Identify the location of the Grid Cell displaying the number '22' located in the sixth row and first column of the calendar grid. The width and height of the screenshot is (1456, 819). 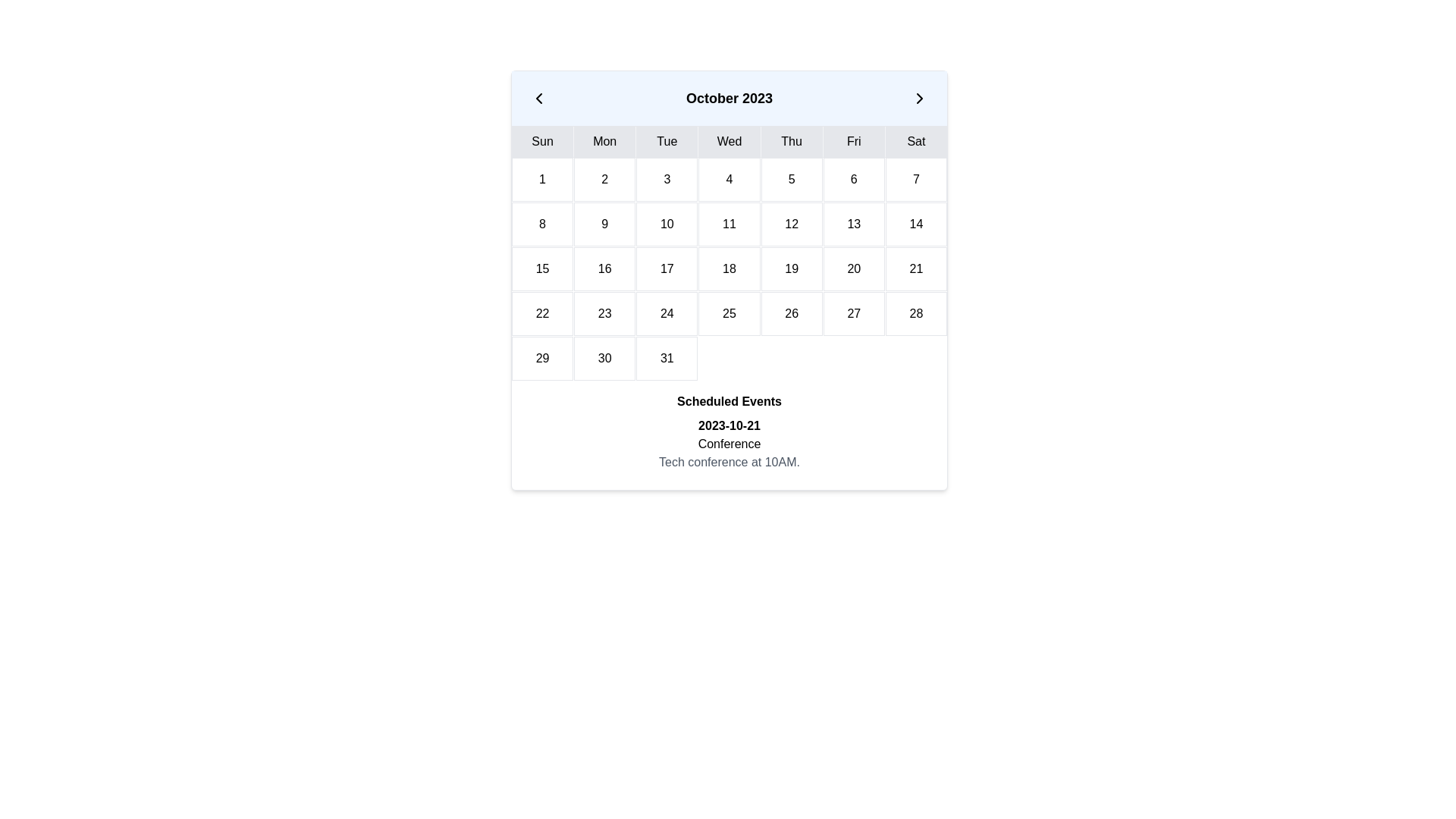
(542, 312).